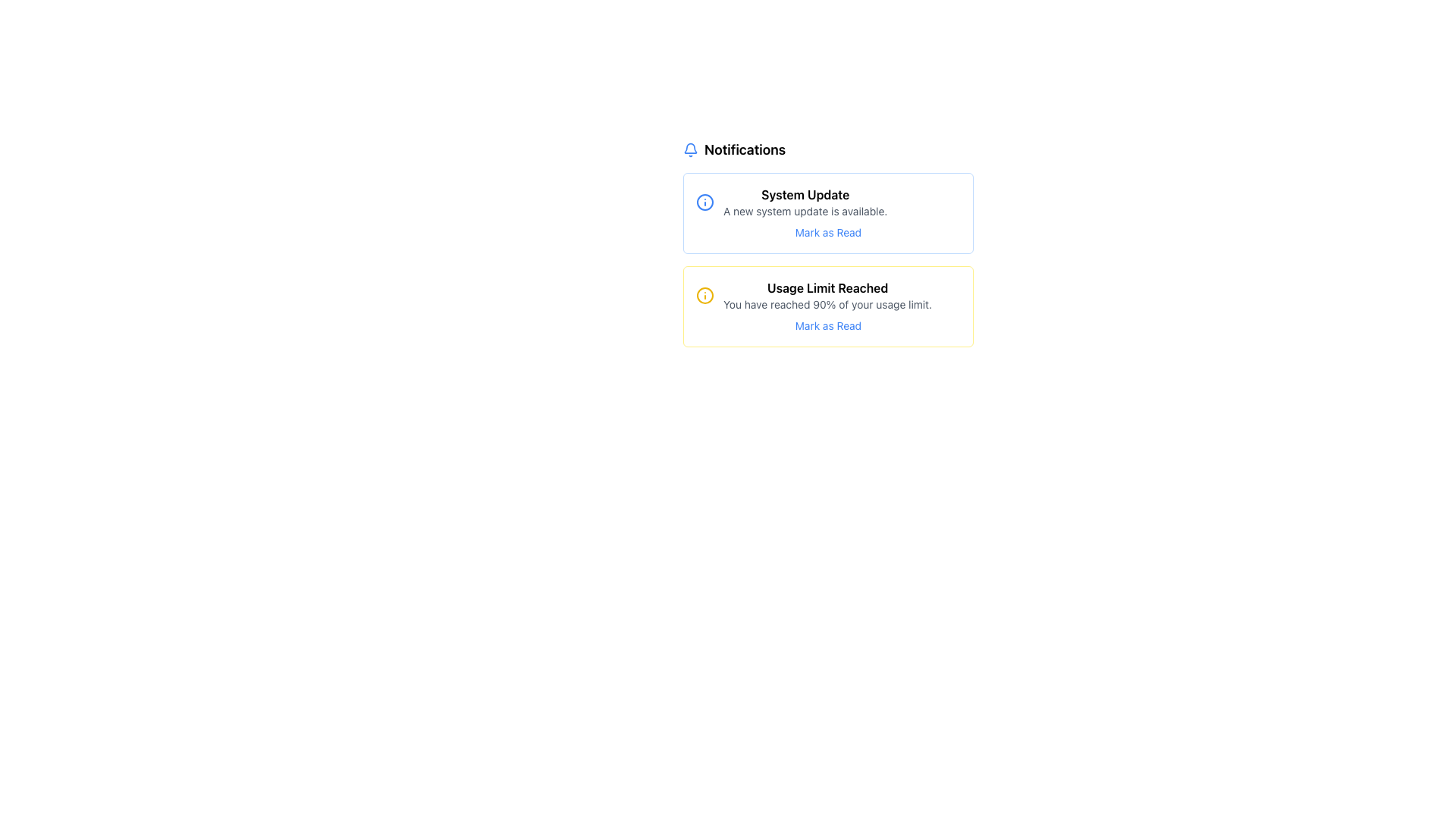 The image size is (1456, 819). Describe the element at coordinates (827, 325) in the screenshot. I see `the 'Mark as Read' hyperlink styled in blue, located below the usage limit notification text in the yellow-bordered box` at that location.